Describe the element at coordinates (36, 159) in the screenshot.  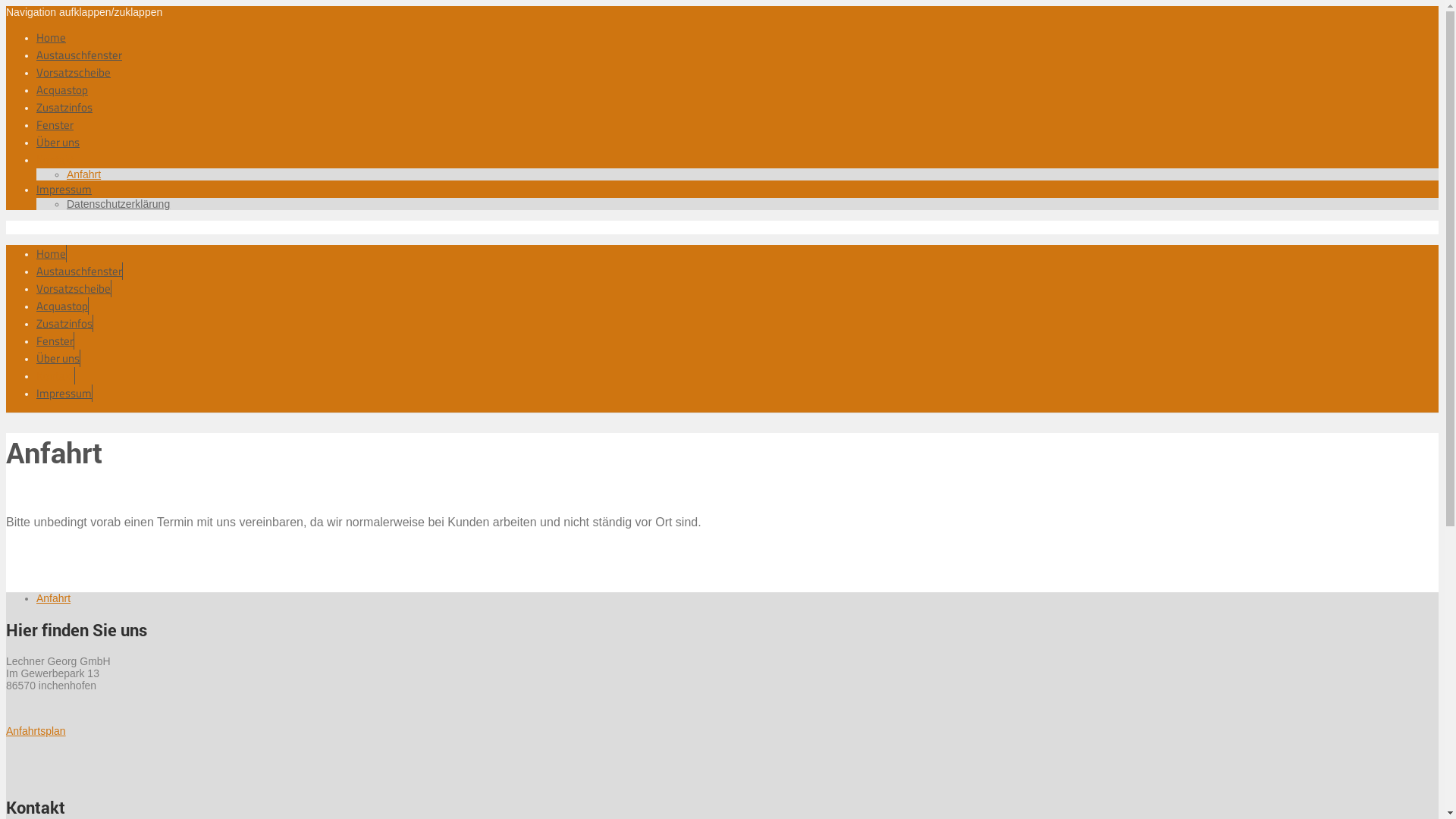
I see `'Kontakt'` at that location.